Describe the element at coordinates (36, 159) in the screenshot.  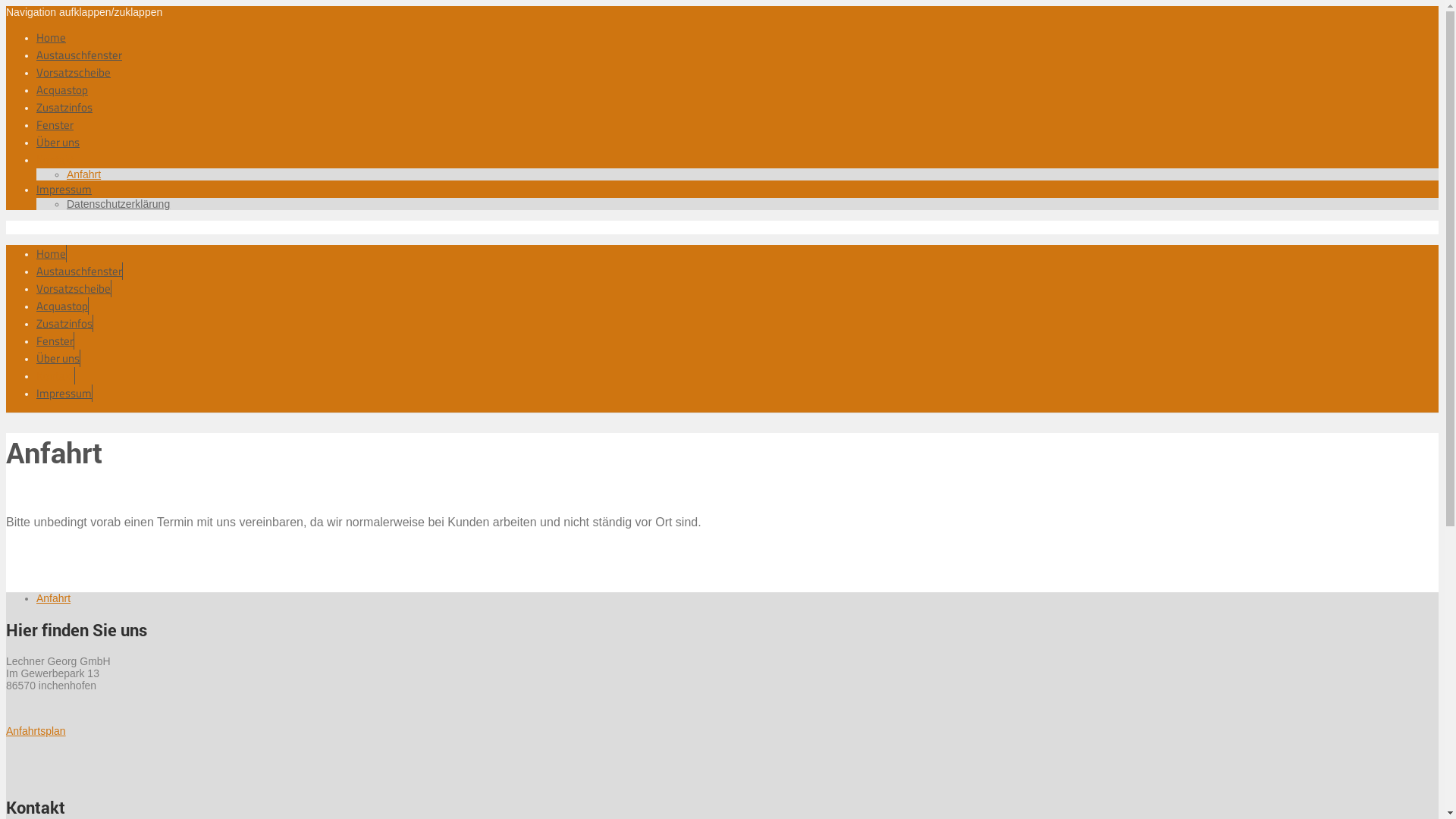
I see `'Kontakt'` at that location.